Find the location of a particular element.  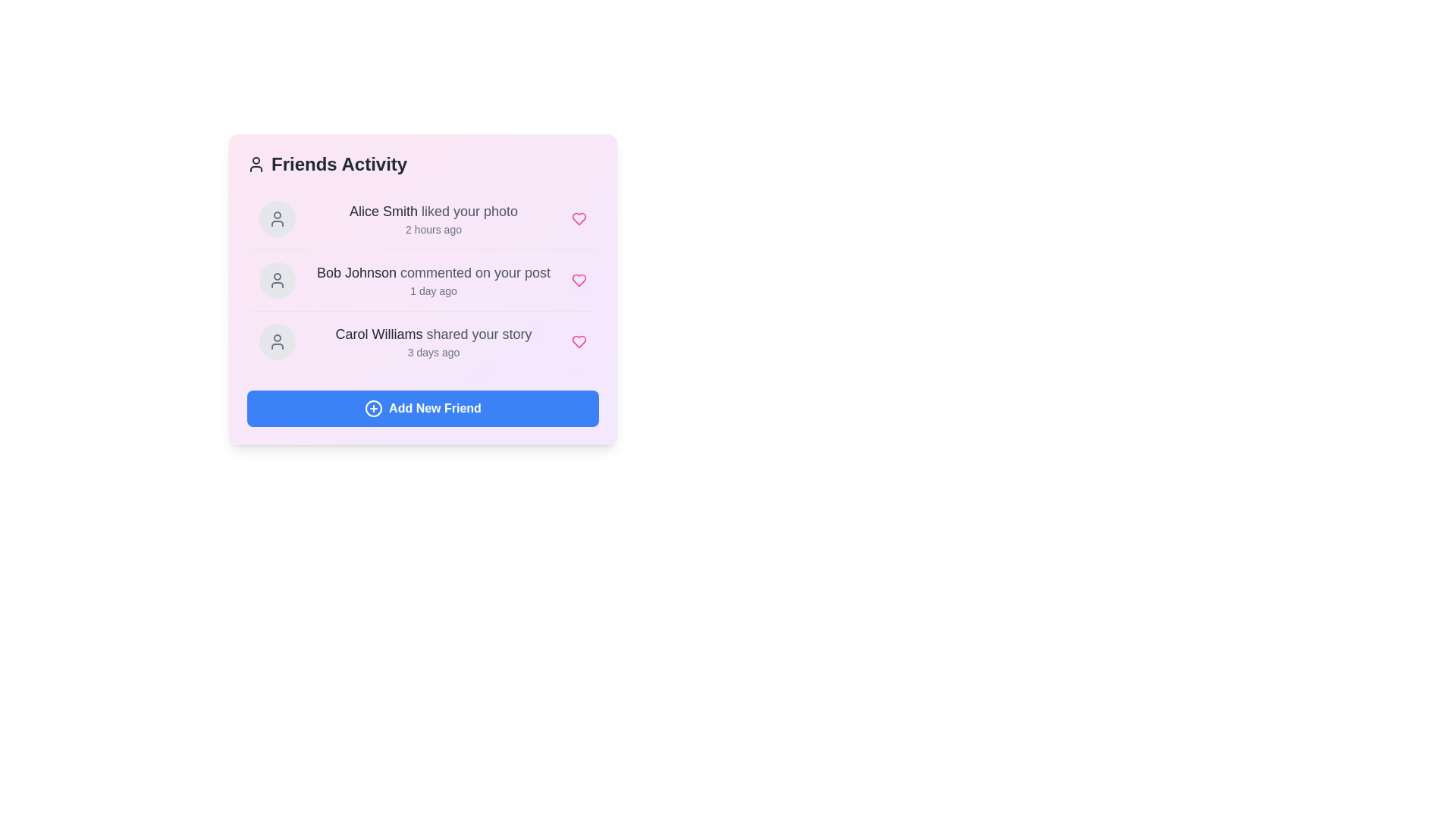

the activity item corresponding to Bob Johnson commented on your post is located at coordinates (422, 280).